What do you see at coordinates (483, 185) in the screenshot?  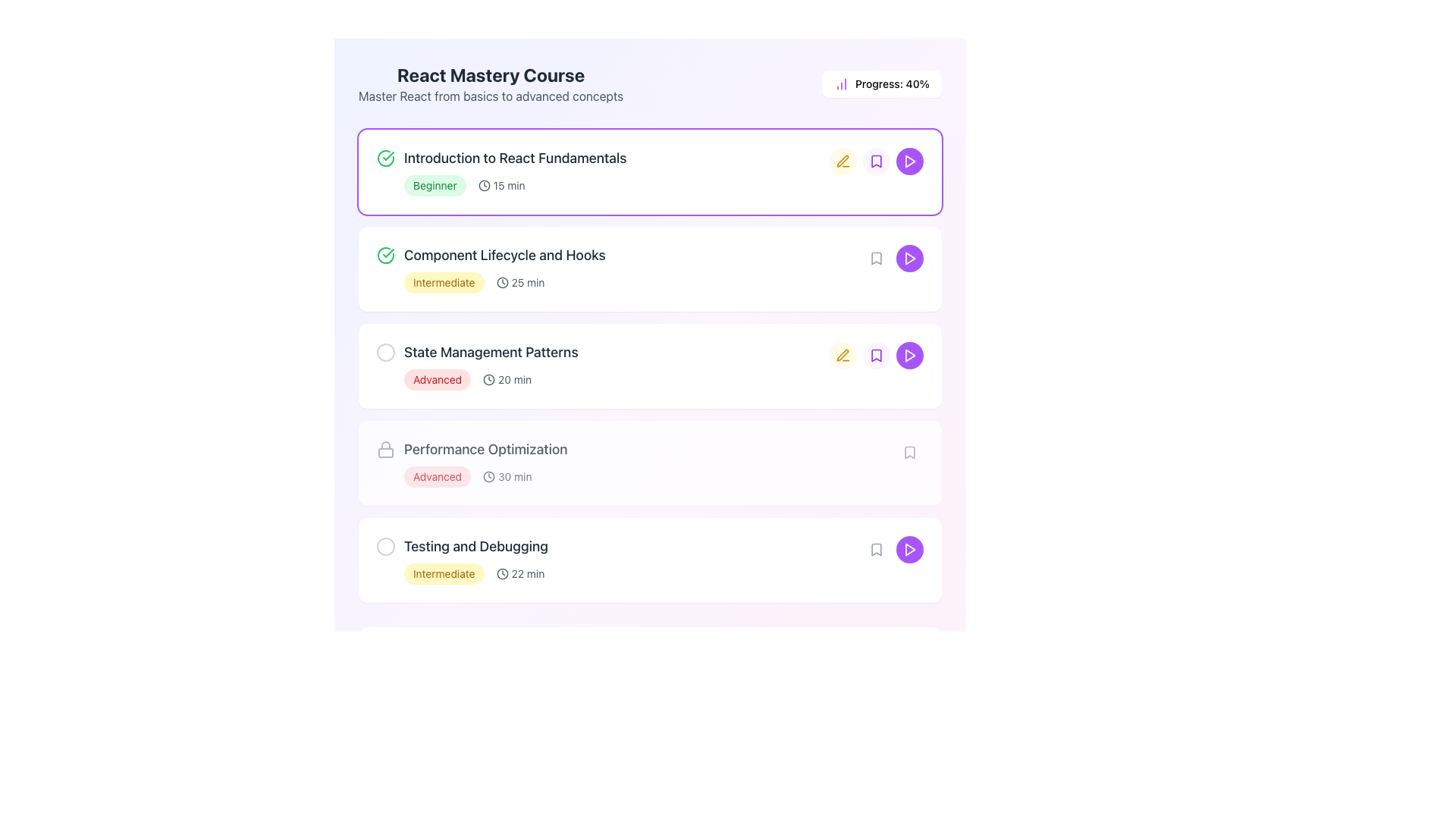 I see `the graphical icon within the SVG element, which represents a time-related icon, located in the top-right segment of the first list item in the React course modules section` at bounding box center [483, 185].